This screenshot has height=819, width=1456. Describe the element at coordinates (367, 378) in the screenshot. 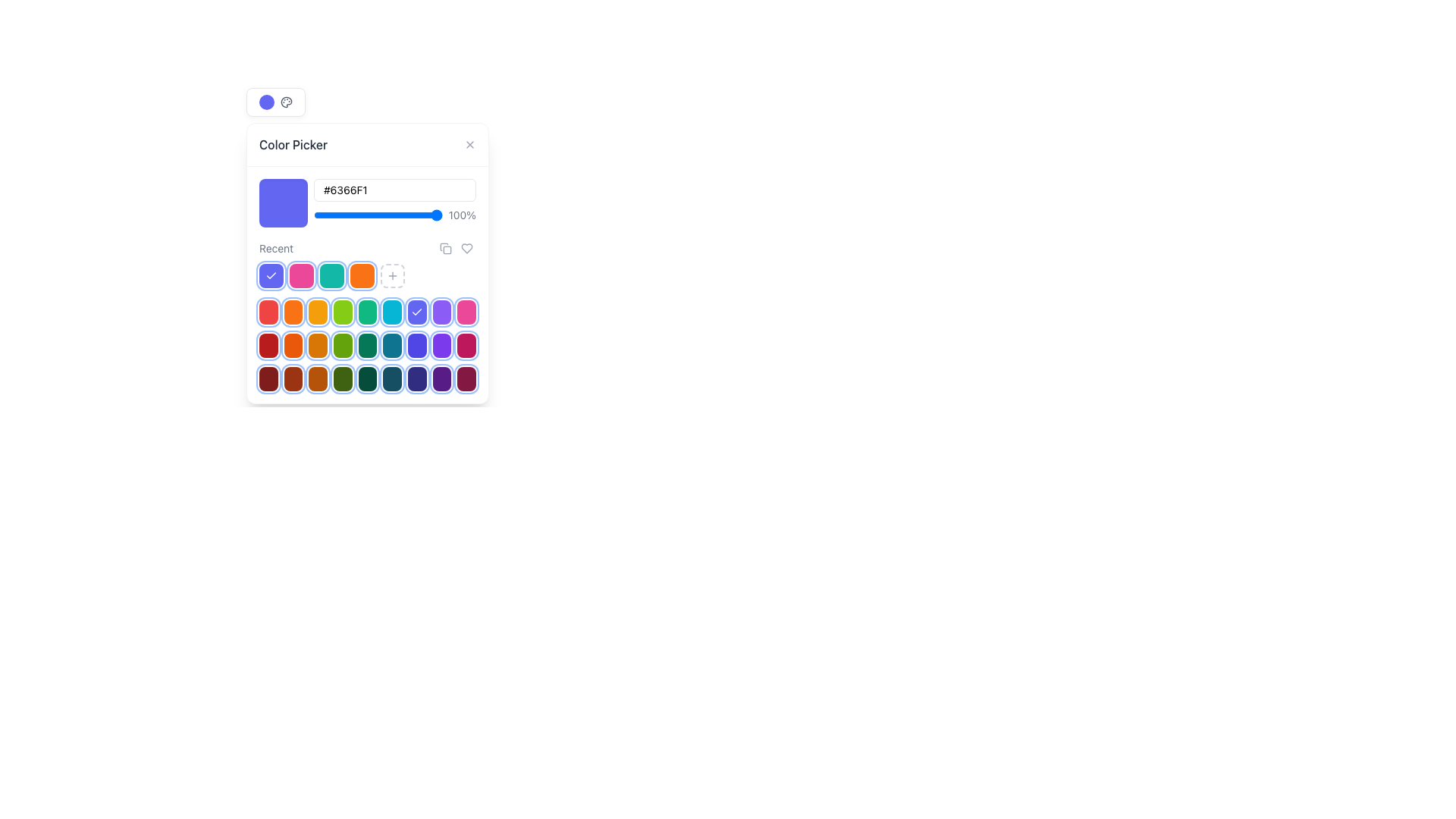

I see `the color selection button in the third group of interactive buttons from the top of the color selection palette` at that location.